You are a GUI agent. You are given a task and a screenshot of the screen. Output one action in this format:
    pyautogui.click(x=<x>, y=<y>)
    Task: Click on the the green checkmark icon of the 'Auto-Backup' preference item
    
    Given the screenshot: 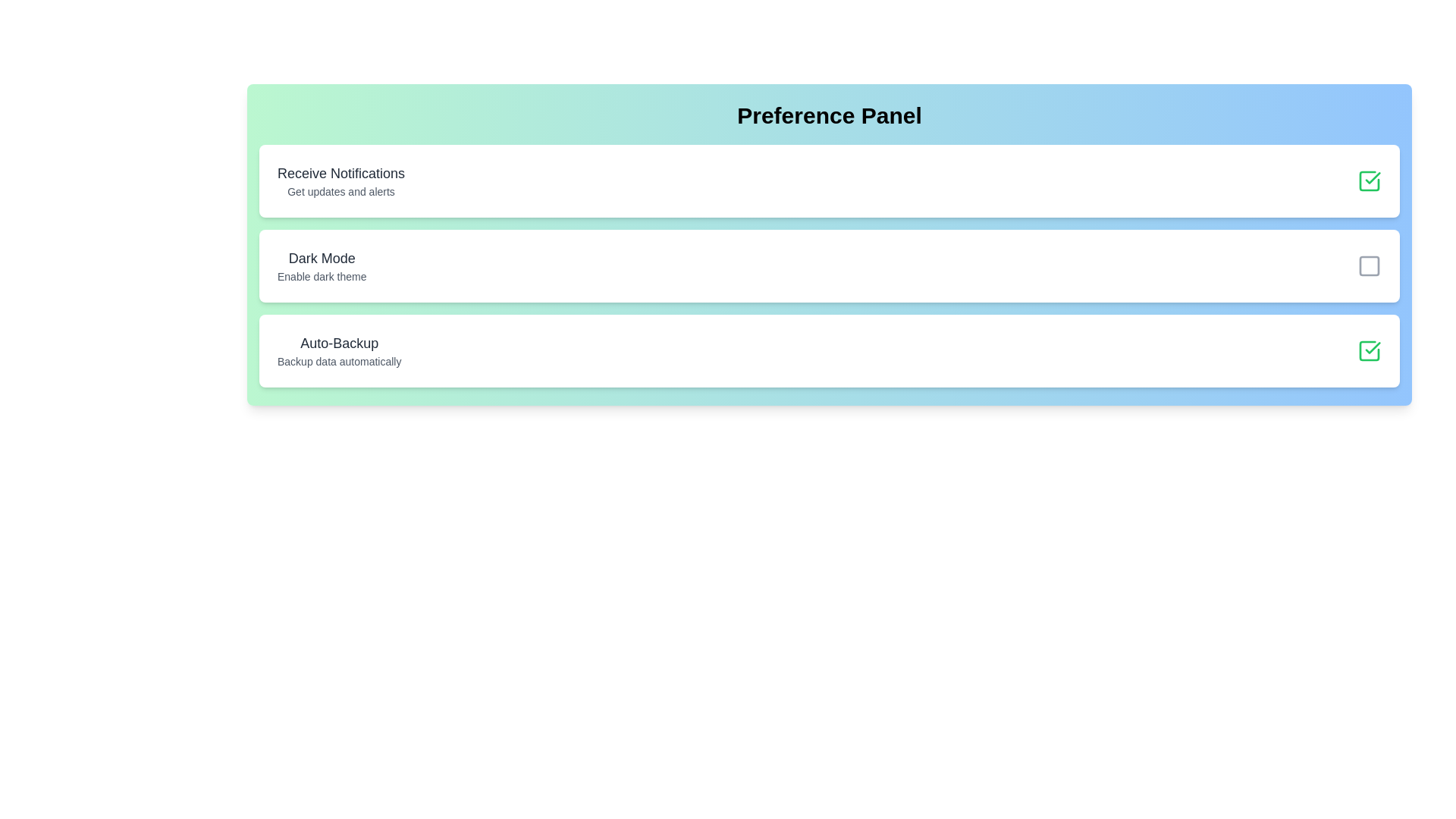 What is the action you would take?
    pyautogui.click(x=1369, y=350)
    